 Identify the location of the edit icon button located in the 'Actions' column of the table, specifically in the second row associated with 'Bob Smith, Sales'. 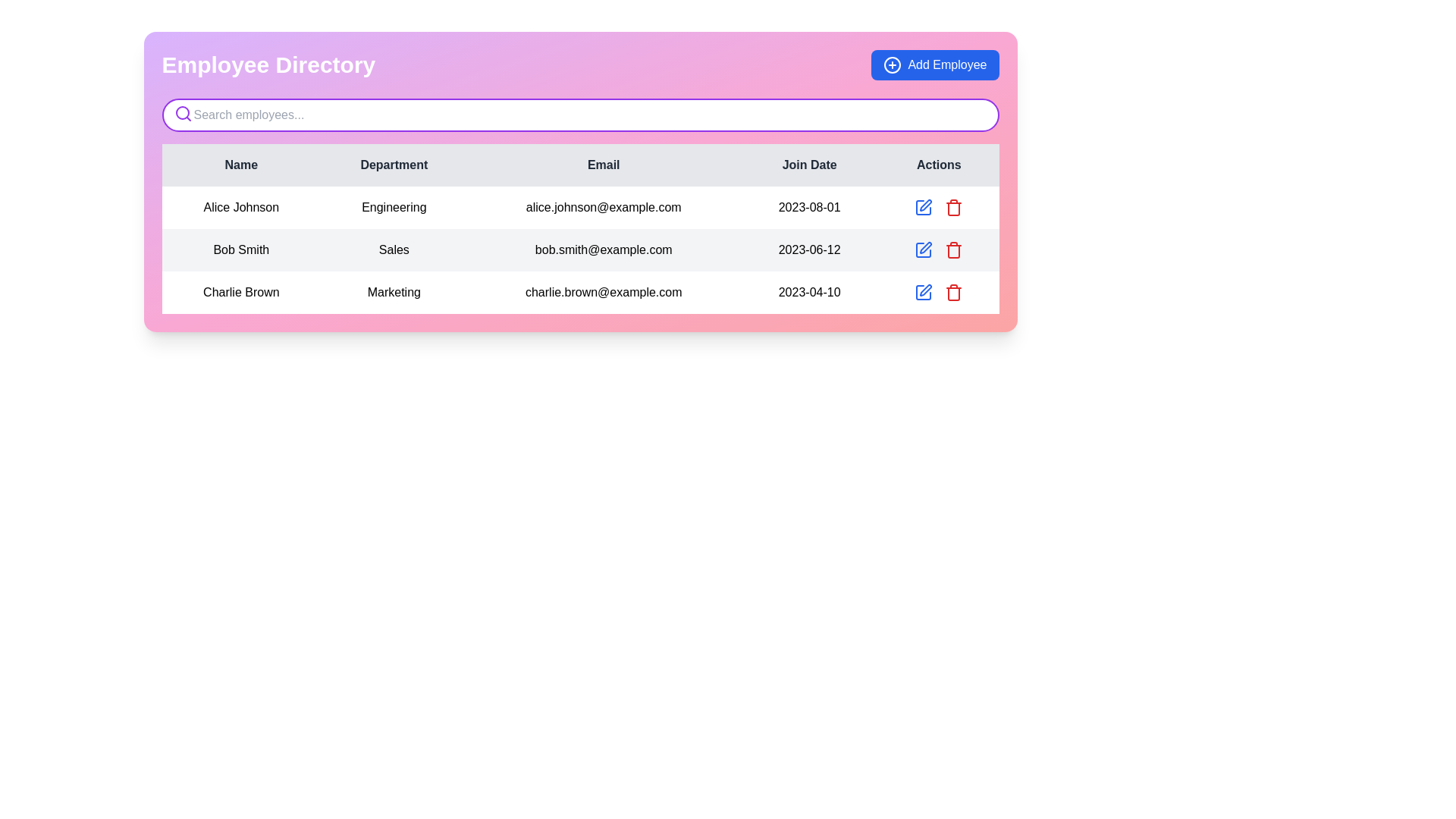
(925, 247).